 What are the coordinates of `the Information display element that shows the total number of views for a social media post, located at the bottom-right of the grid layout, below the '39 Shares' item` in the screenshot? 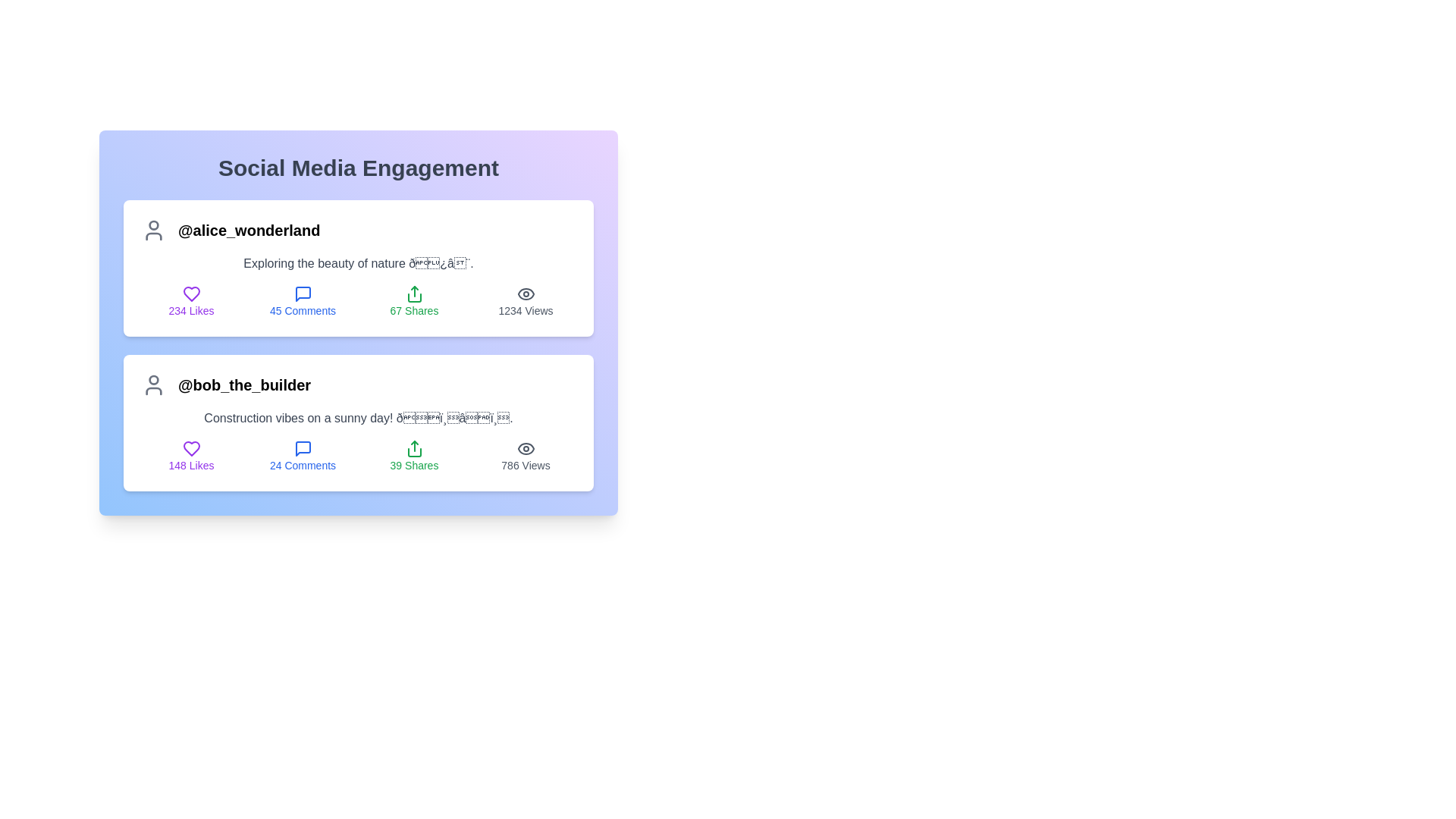 It's located at (526, 455).